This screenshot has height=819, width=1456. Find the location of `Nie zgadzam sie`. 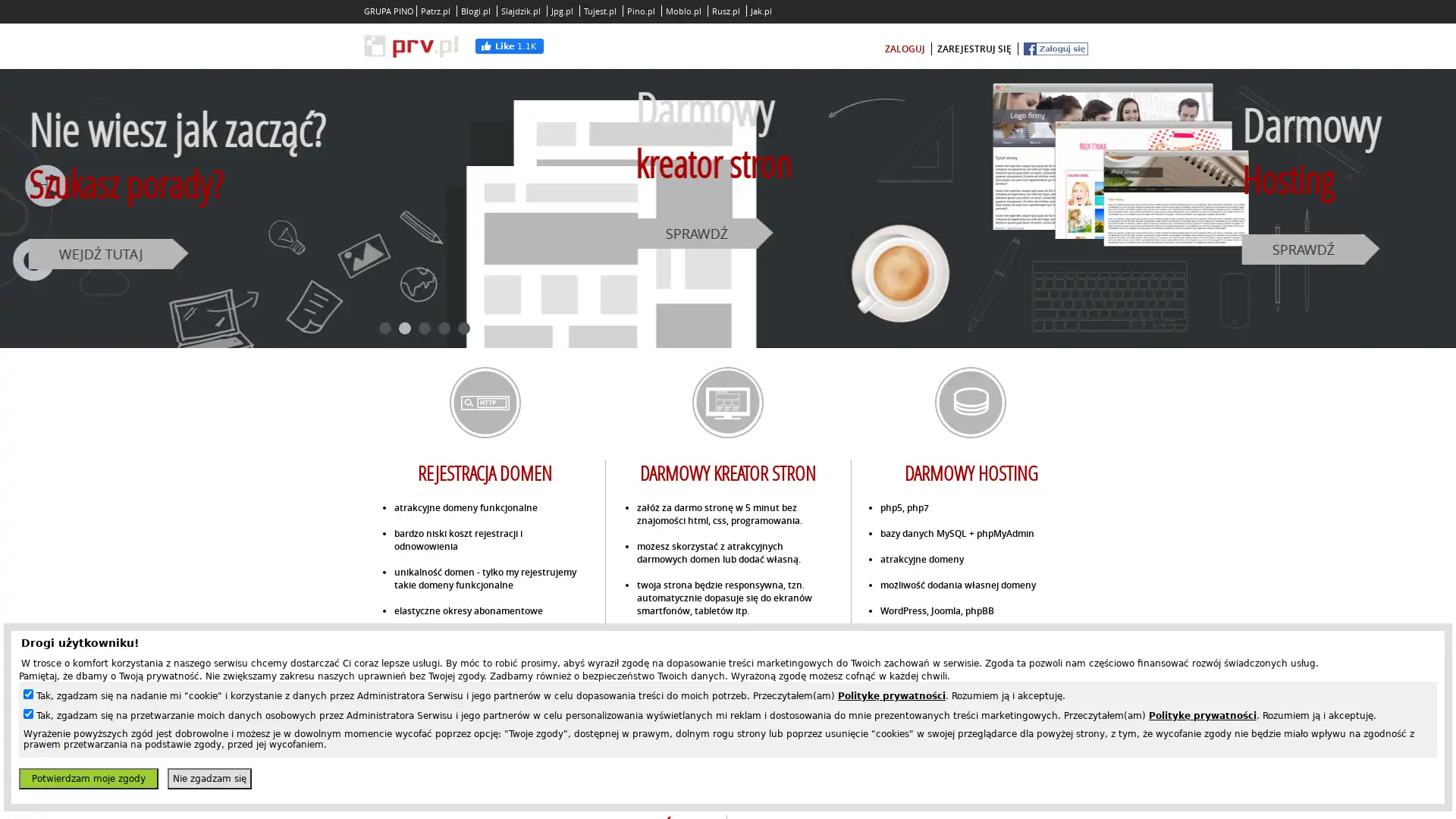

Nie zgadzam sie is located at coordinates (209, 778).